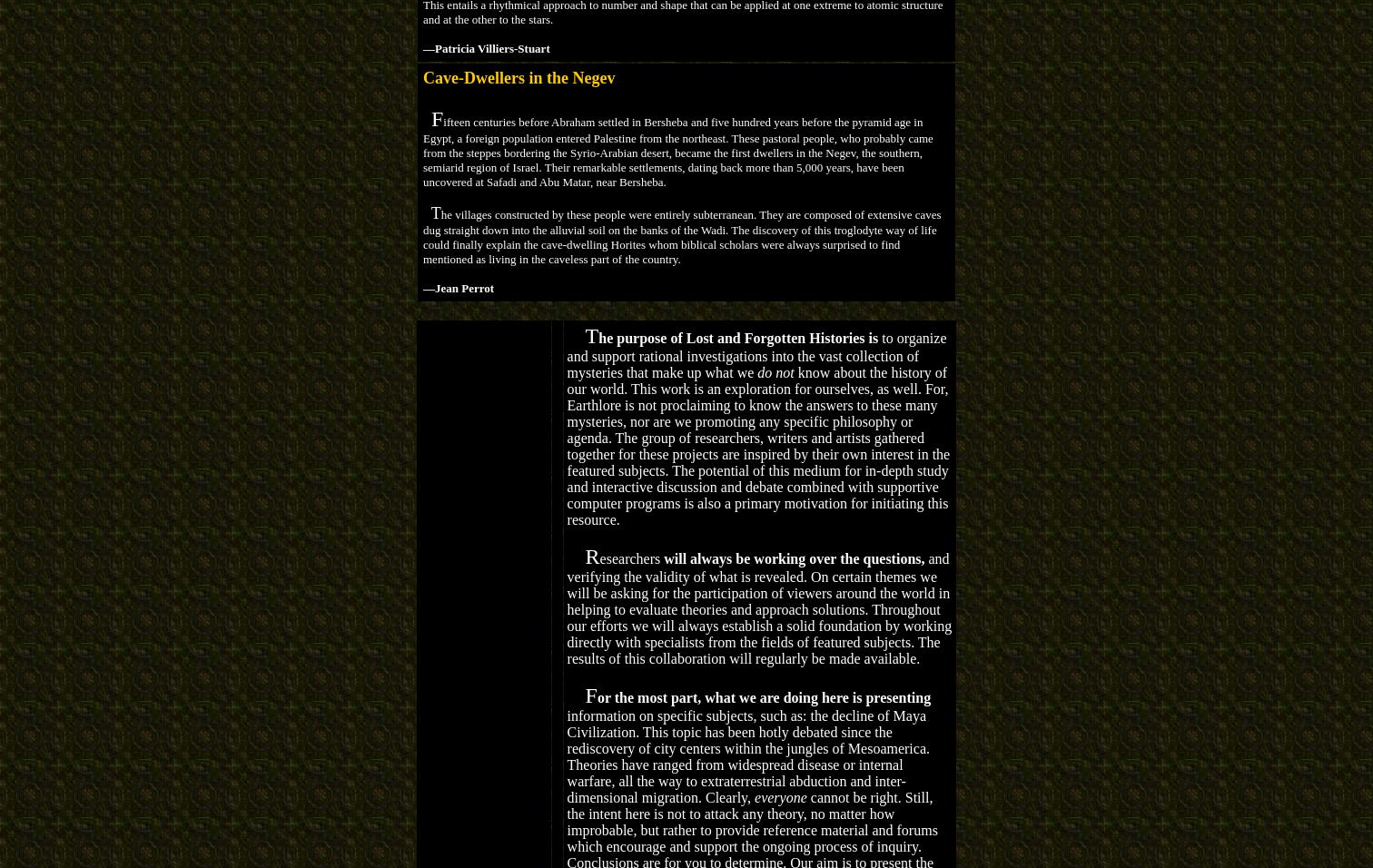 Image resolution: width=1373 pixels, height=868 pixels. I want to click on 'esearchers', so click(631, 557).